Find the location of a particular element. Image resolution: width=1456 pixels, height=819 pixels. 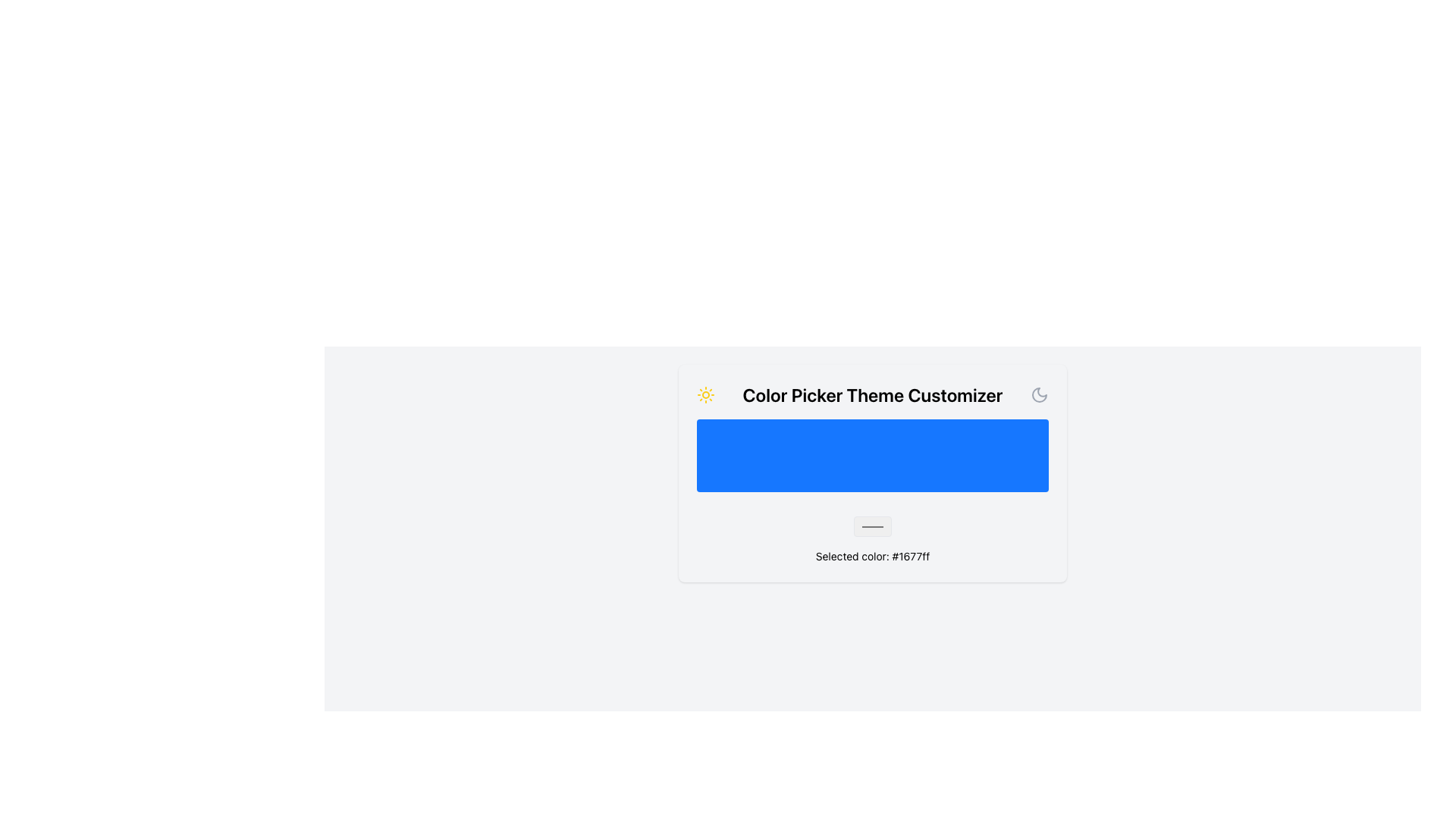

the crescent moon icon located at the top left corner of the 'Color Picker Theme Customizer' panel, which symbolizes a nighttime or dark theme is located at coordinates (1039, 394).